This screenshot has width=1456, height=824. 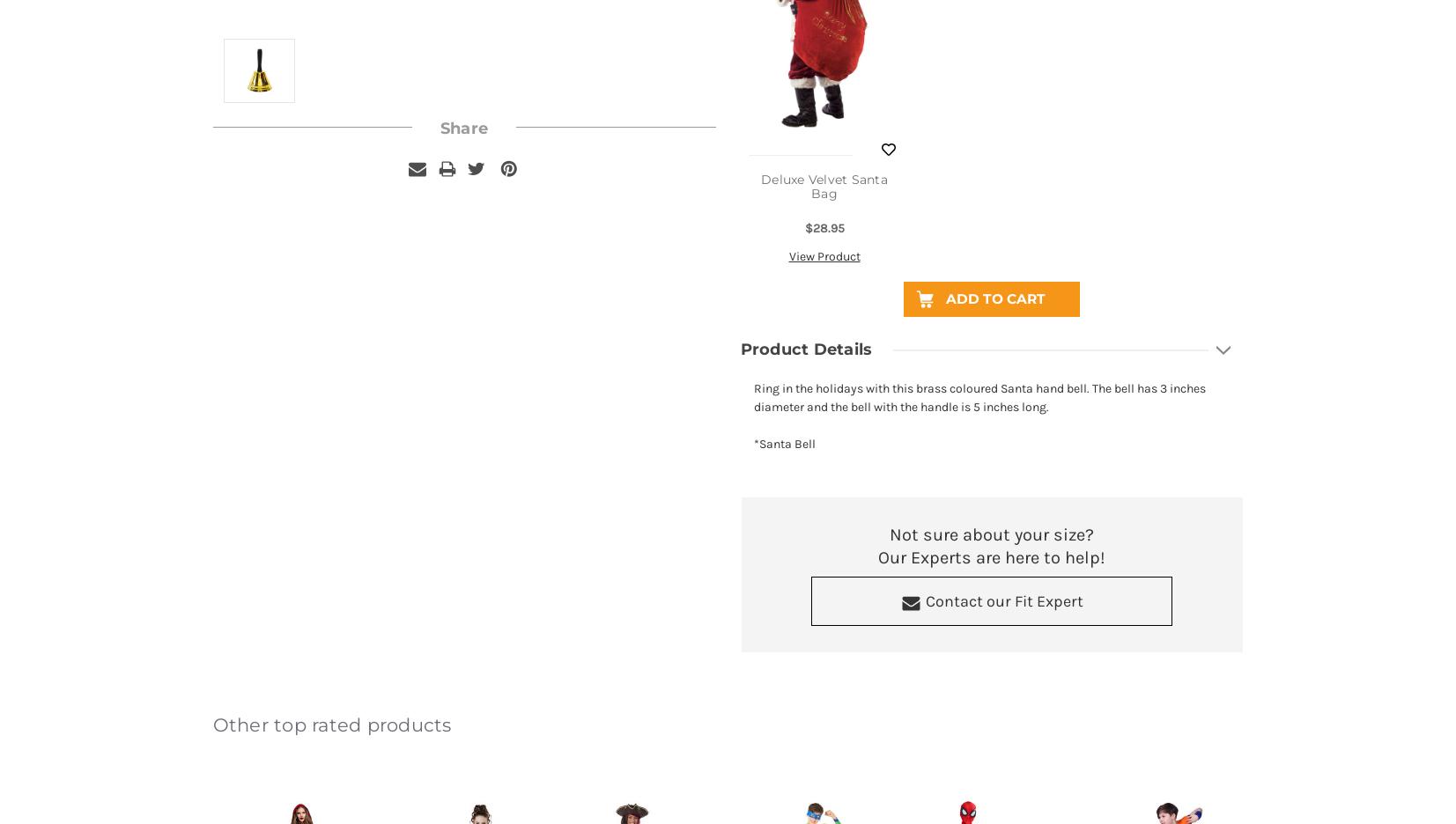 What do you see at coordinates (824, 256) in the screenshot?
I see `'View Product'` at bounding box center [824, 256].